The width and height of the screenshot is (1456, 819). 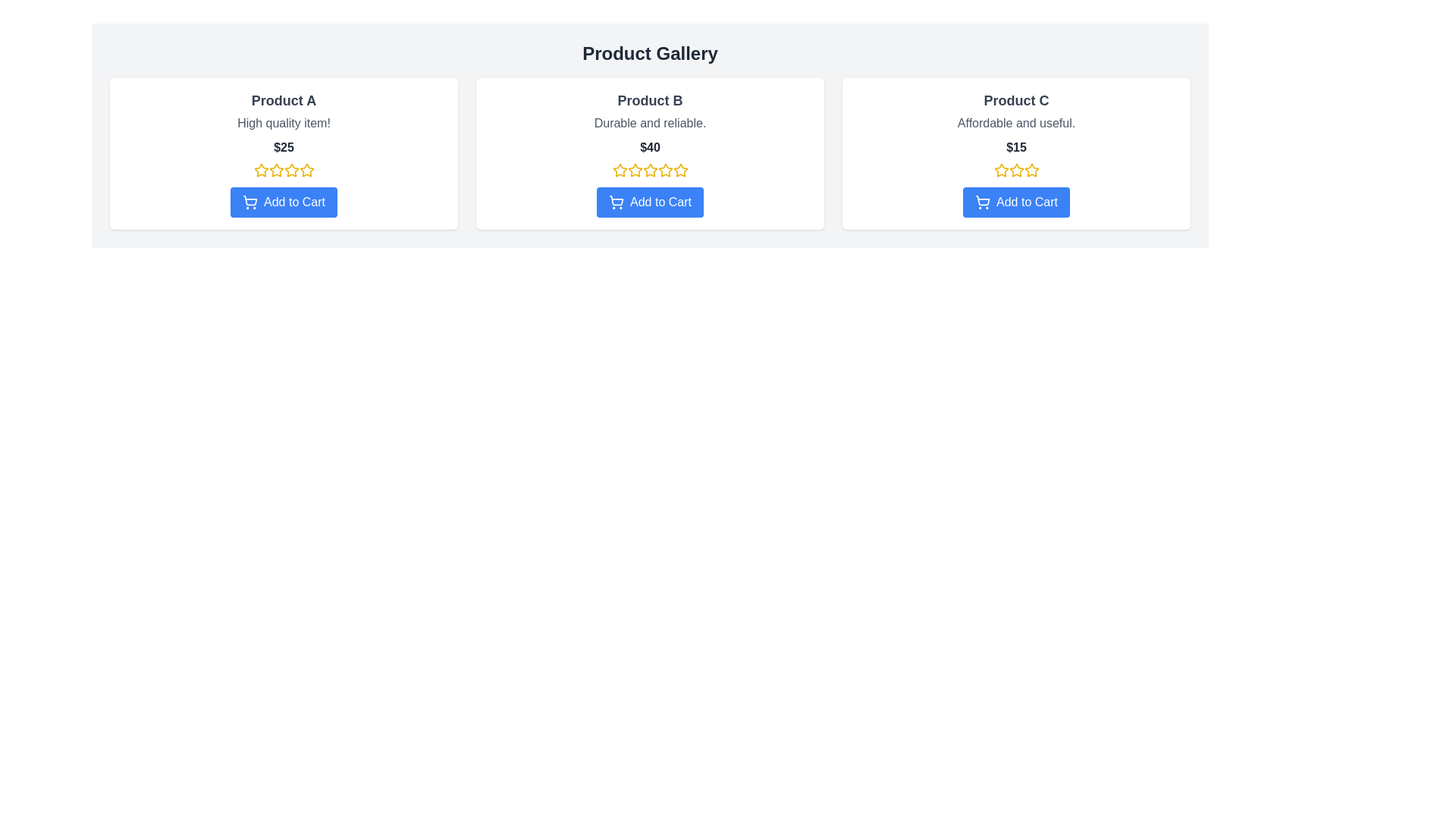 I want to click on the third yellow star icon in the star rating component of 'Product A' to rate the associated product, so click(x=276, y=170).